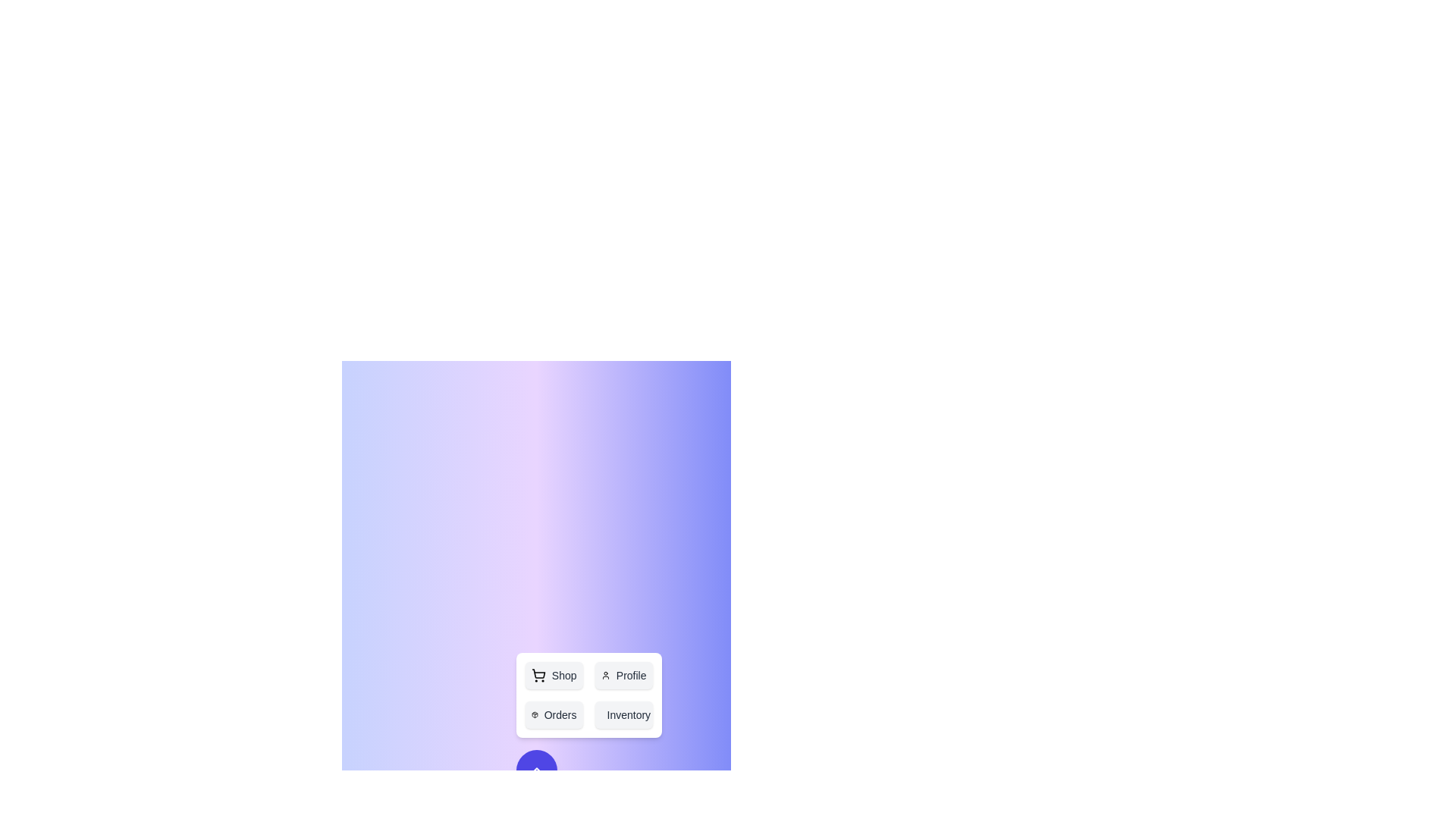 The image size is (1456, 819). I want to click on the 'Profile' button, so click(623, 675).